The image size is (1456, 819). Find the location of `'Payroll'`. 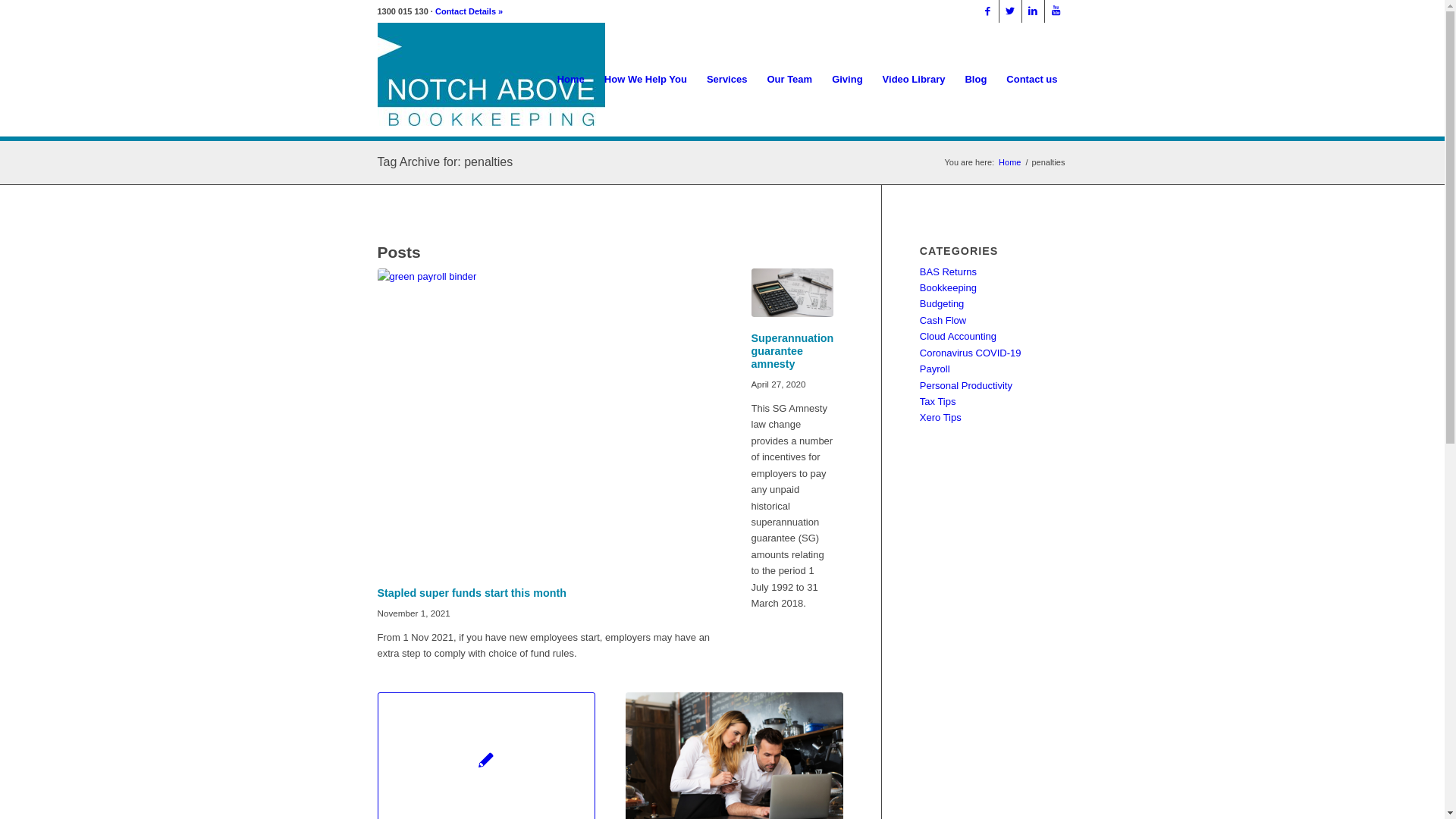

'Payroll' is located at coordinates (934, 369).